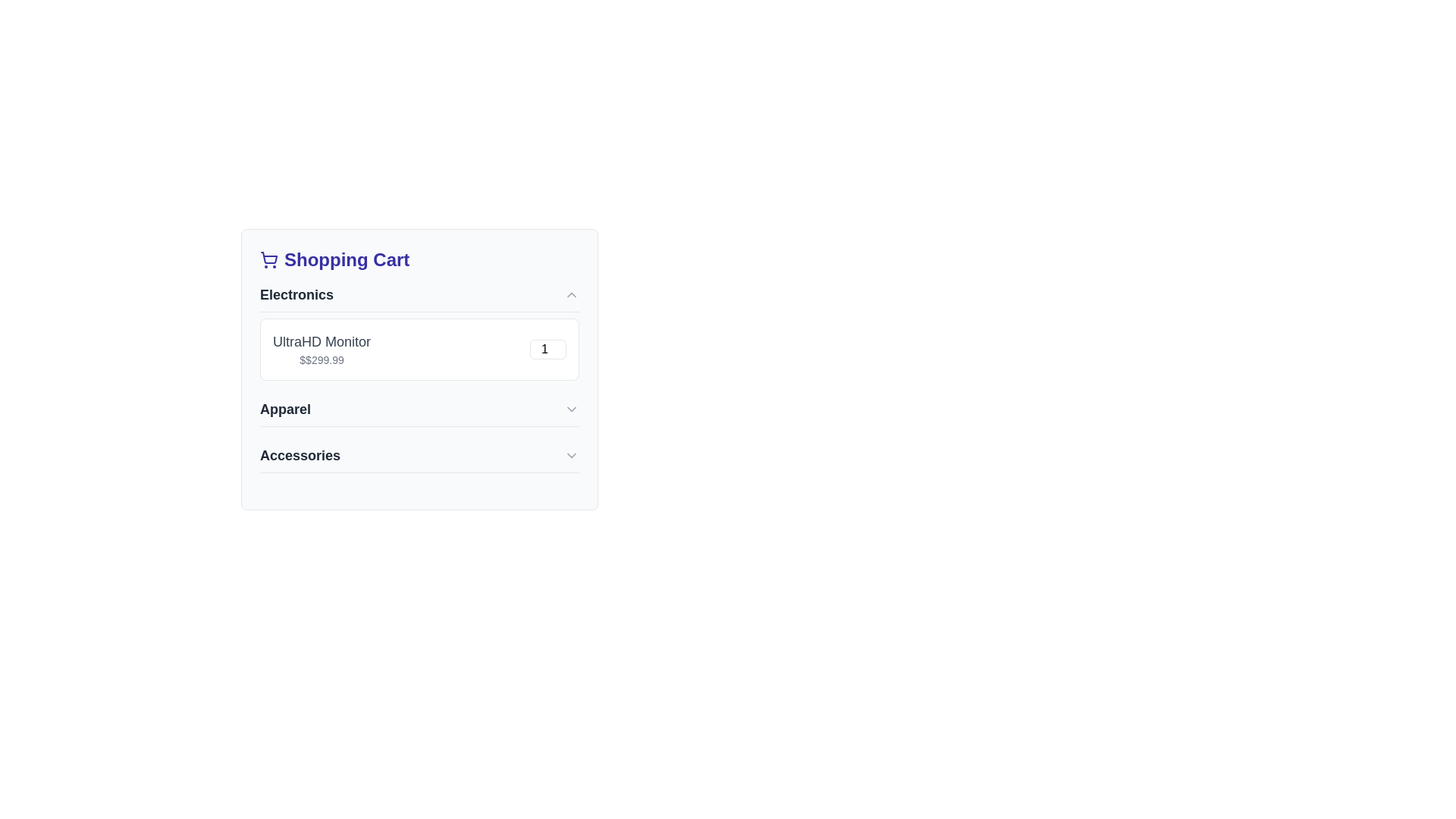 Image resolution: width=1456 pixels, height=819 pixels. What do you see at coordinates (269, 257) in the screenshot?
I see `the main body of the shopping cart icon located at the top-left corner of the interface, near the text 'Shopping Cart'` at bounding box center [269, 257].